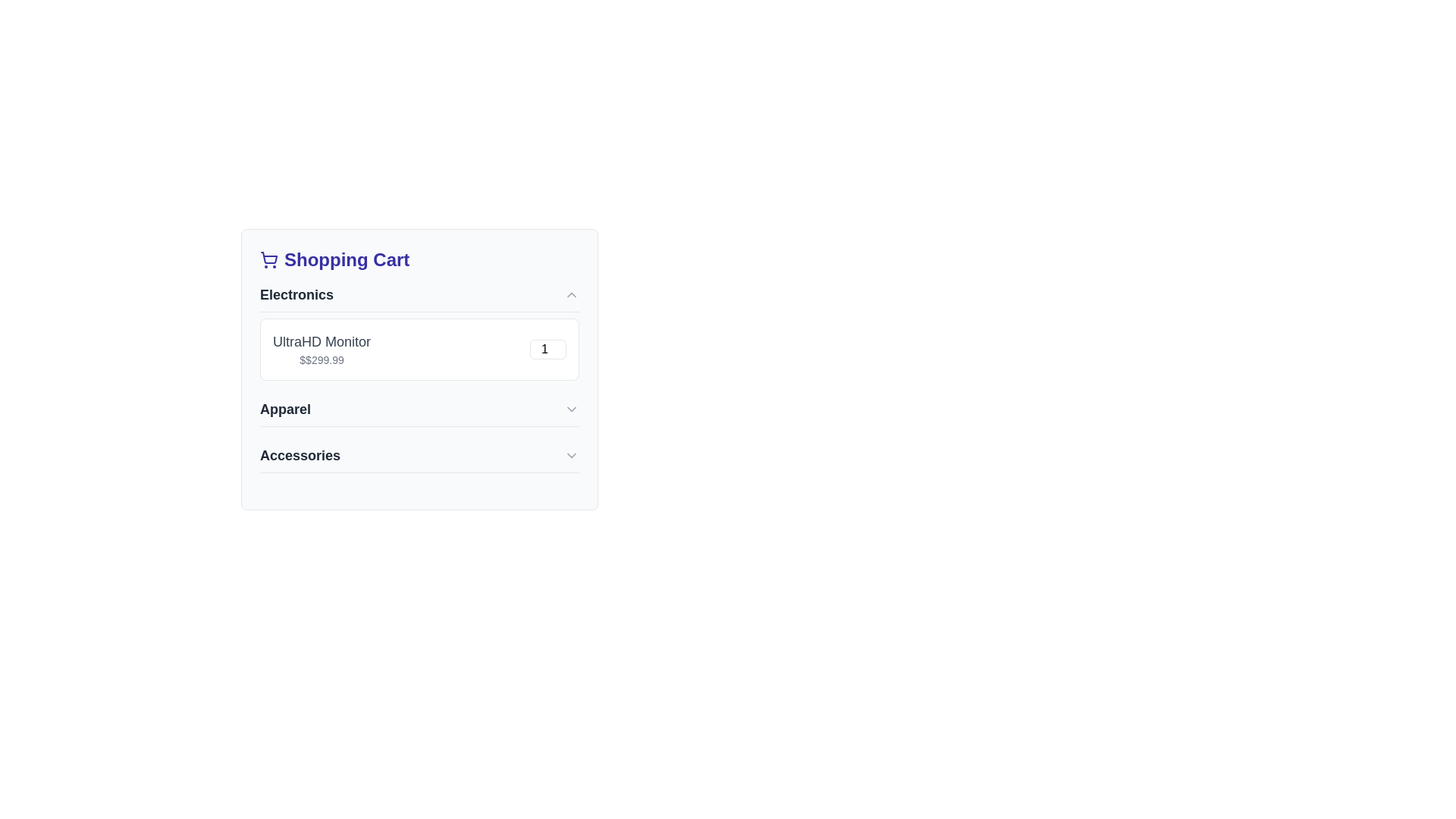 Image resolution: width=1456 pixels, height=819 pixels. What do you see at coordinates (269, 257) in the screenshot?
I see `the main body of the shopping cart icon located at the top-left corner of the interface, near the text 'Shopping Cart'` at bounding box center [269, 257].